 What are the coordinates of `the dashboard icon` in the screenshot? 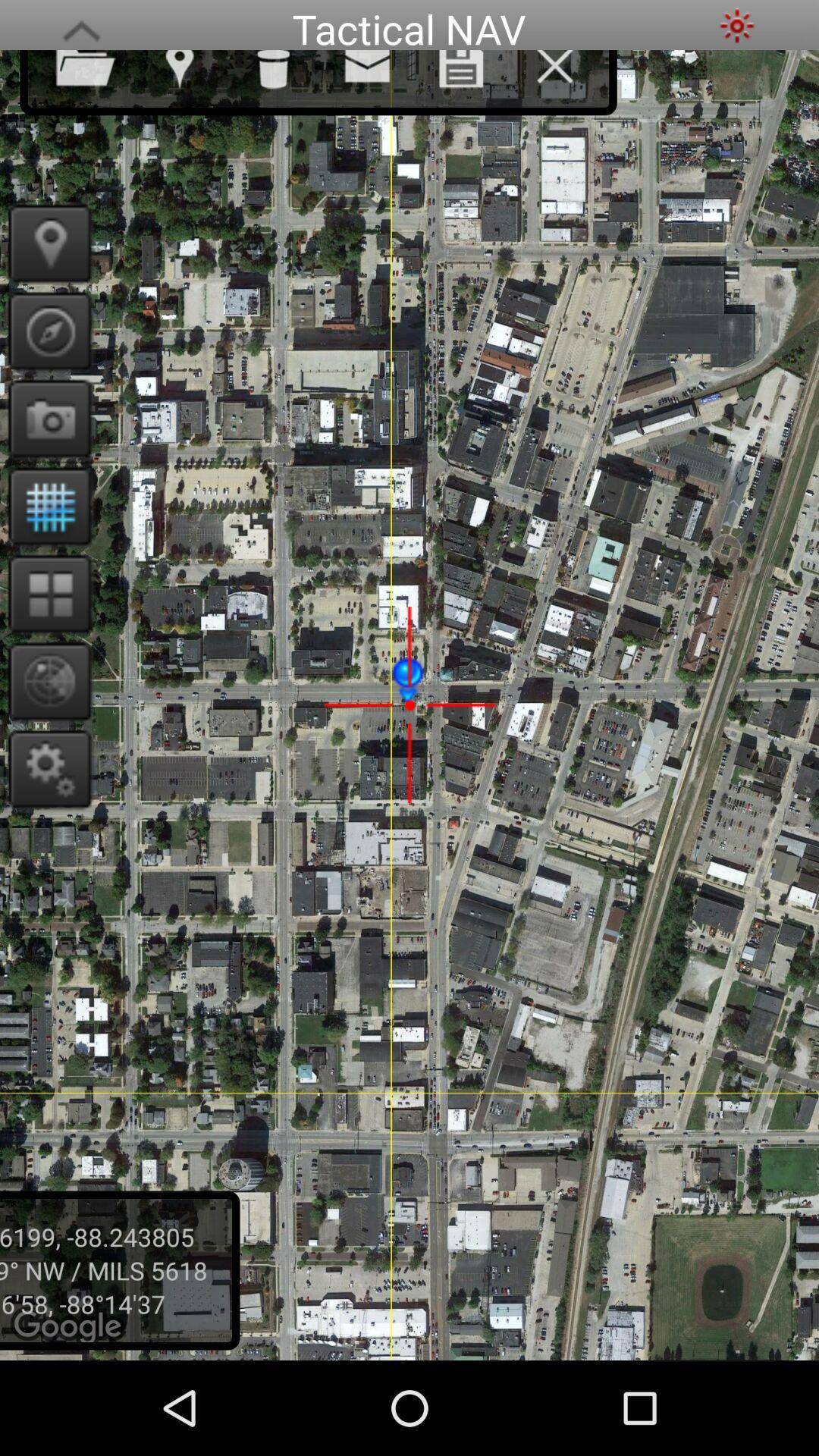 It's located at (44, 635).